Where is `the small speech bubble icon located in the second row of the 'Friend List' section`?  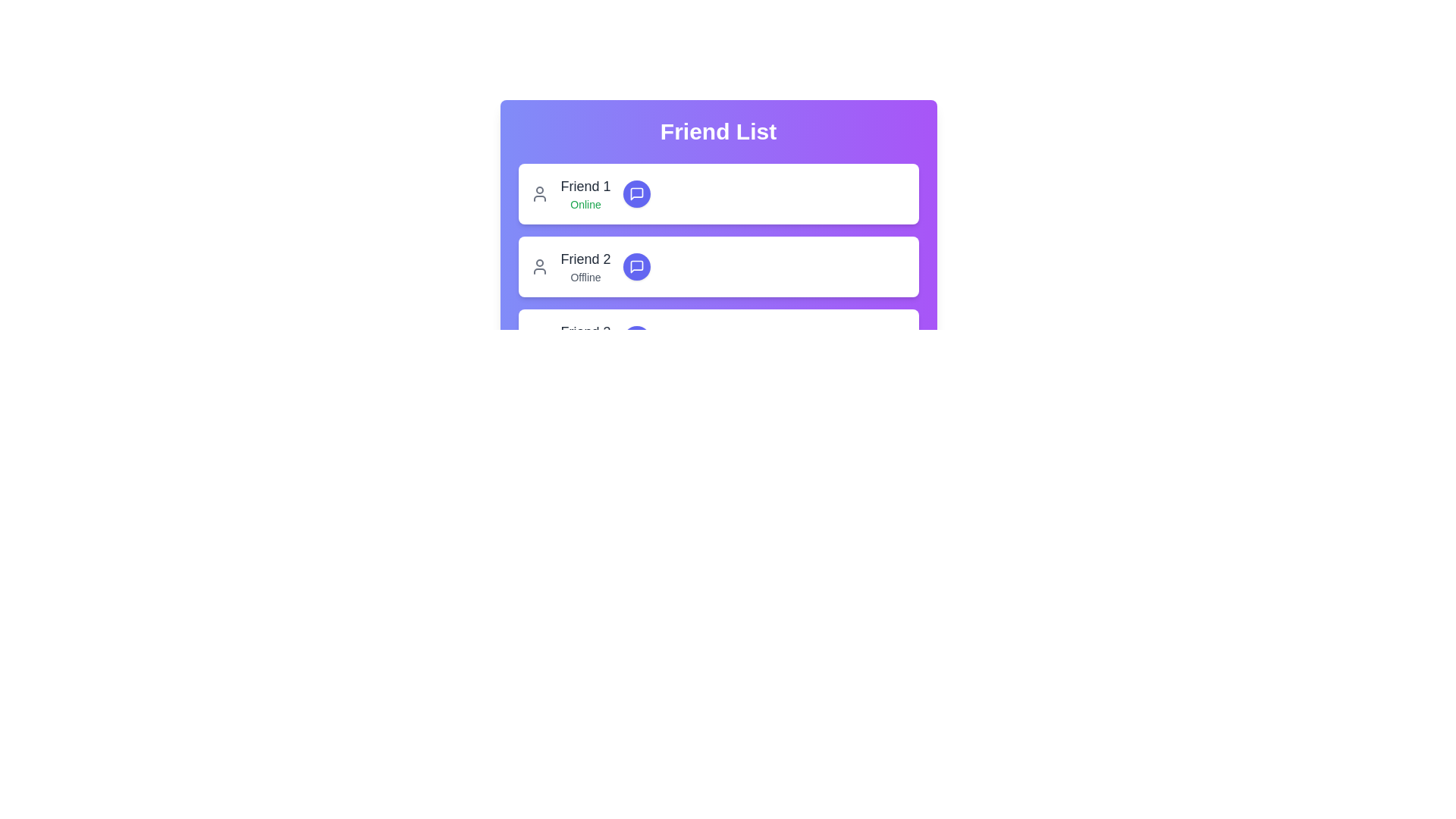
the small speech bubble icon located in the second row of the 'Friend List' section is located at coordinates (636, 265).